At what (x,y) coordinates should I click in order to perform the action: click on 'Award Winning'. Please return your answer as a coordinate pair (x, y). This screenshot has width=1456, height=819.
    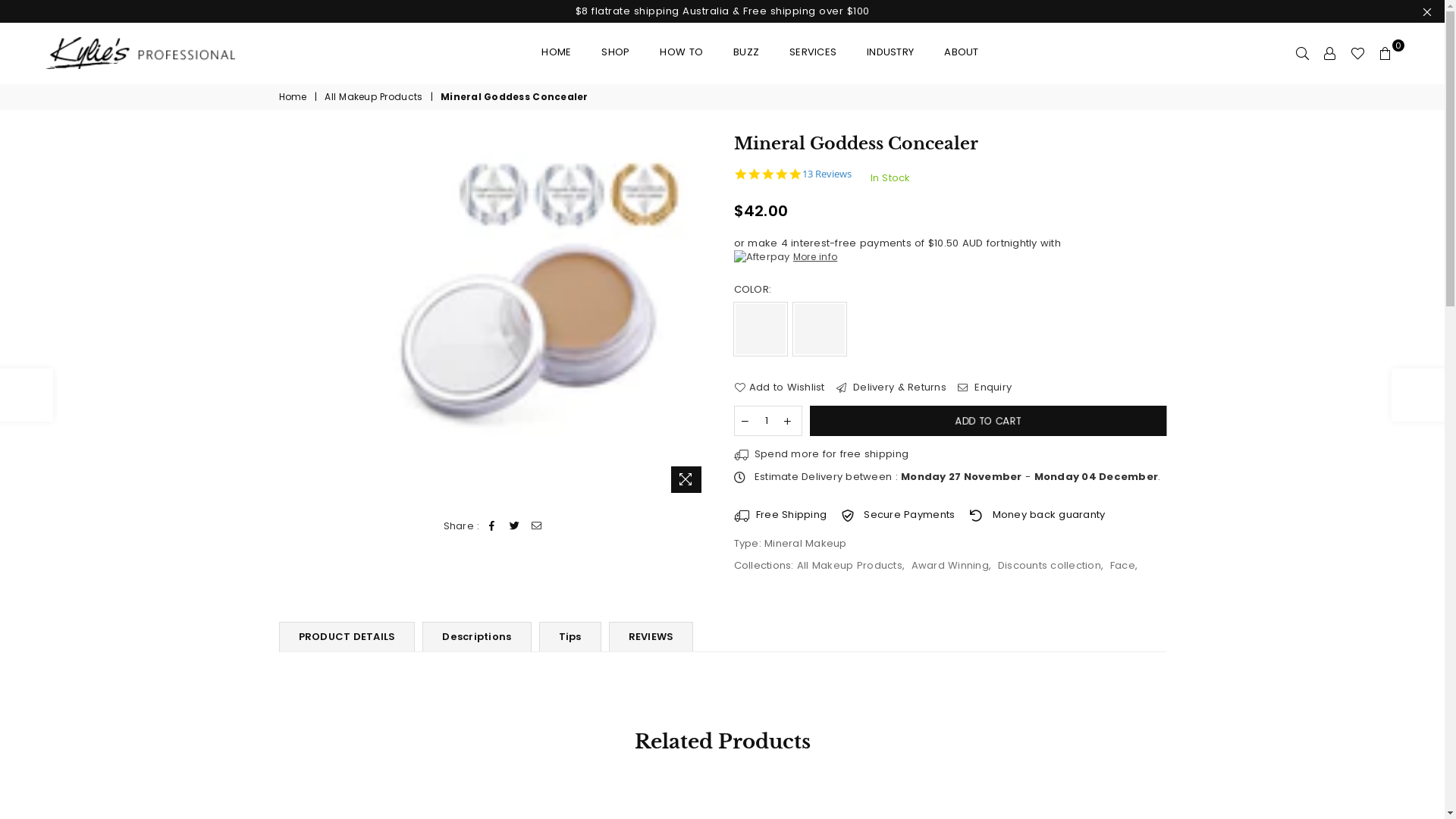
    Looking at the image, I should click on (949, 565).